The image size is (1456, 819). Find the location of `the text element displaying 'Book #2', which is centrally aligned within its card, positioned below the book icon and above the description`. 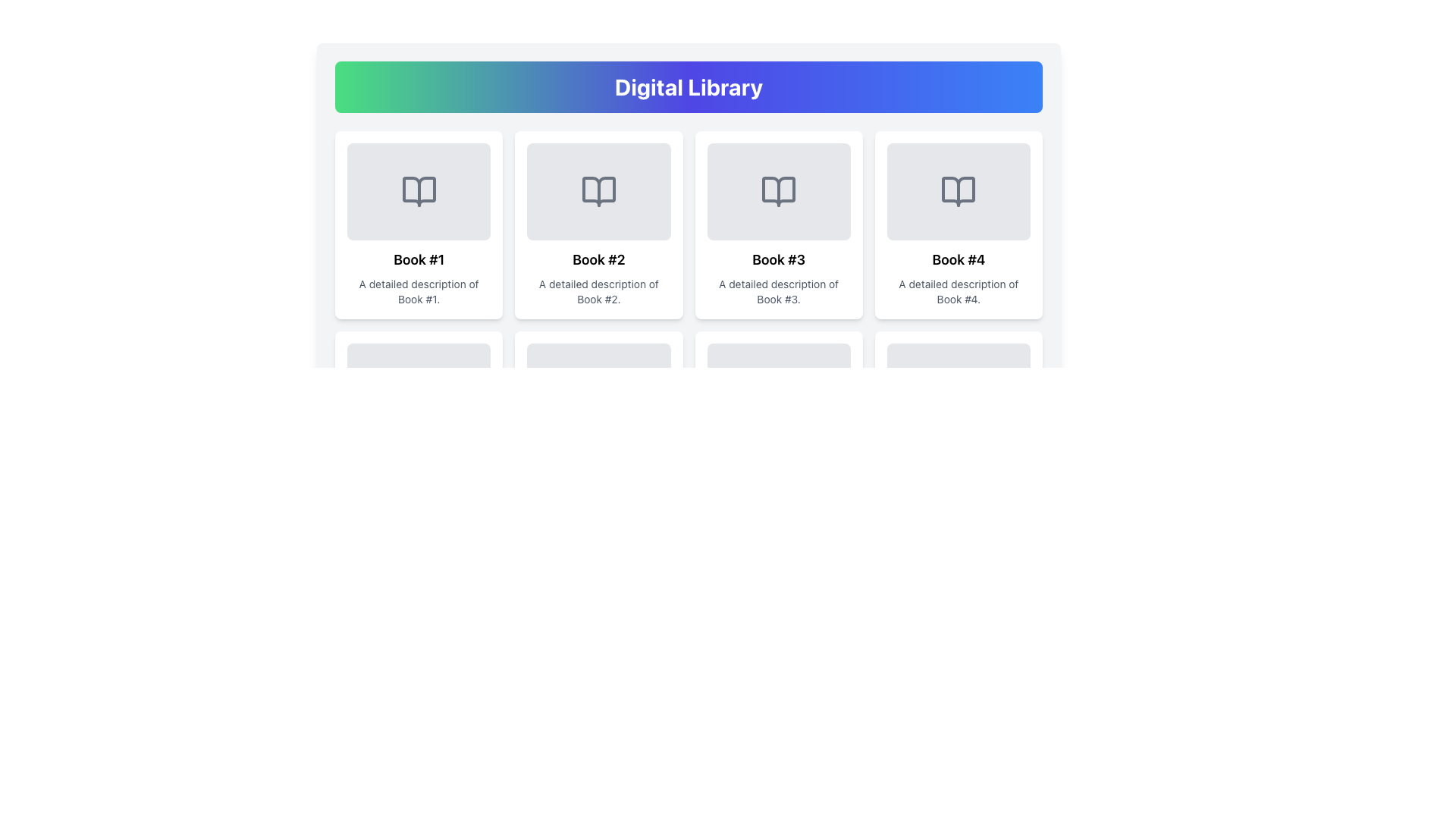

the text element displaying 'Book #2', which is centrally aligned within its card, positioned below the book icon and above the description is located at coordinates (598, 259).